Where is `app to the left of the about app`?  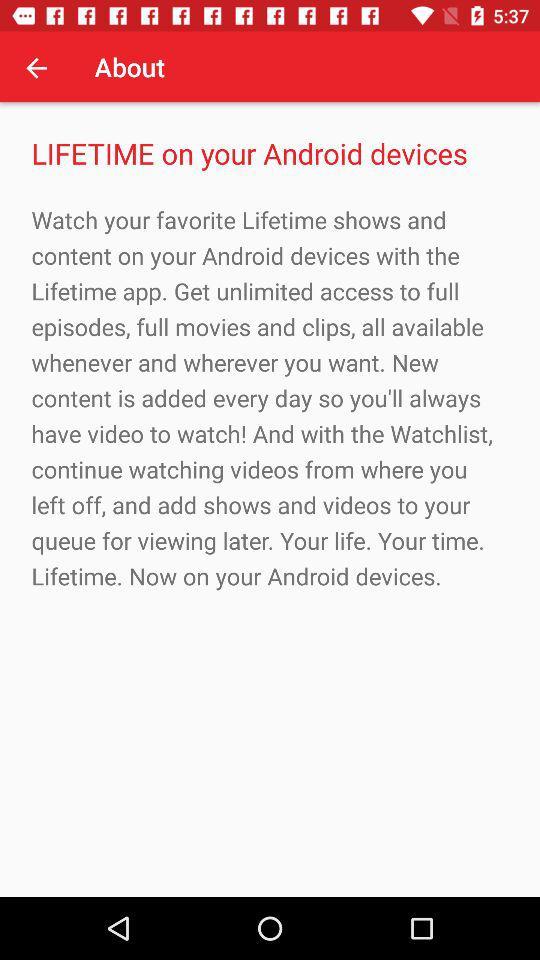
app to the left of the about app is located at coordinates (36, 67).